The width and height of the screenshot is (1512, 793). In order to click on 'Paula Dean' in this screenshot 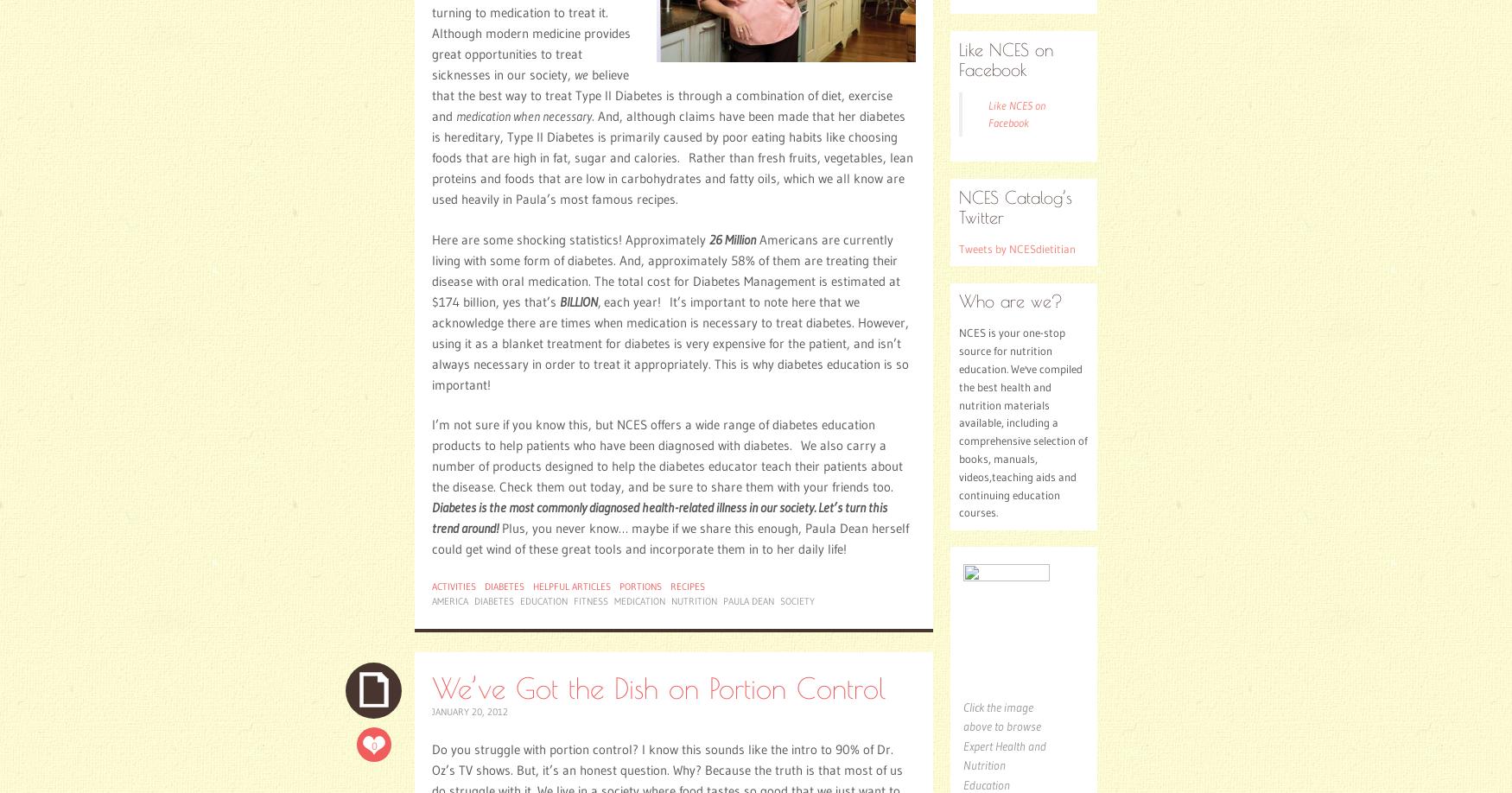, I will do `click(748, 600)`.